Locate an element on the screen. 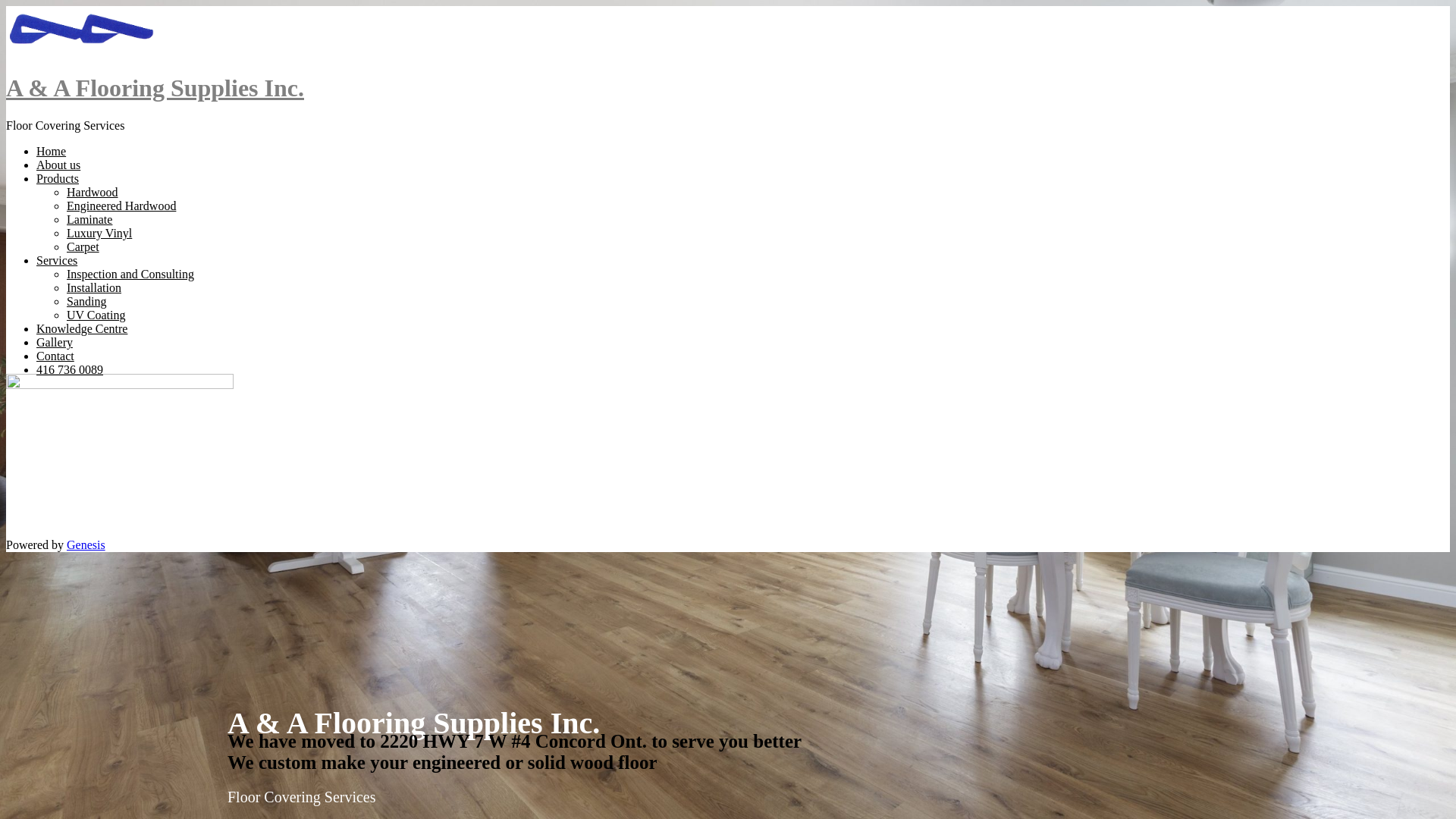 The width and height of the screenshot is (1456, 819). 'Home' is located at coordinates (51, 151).